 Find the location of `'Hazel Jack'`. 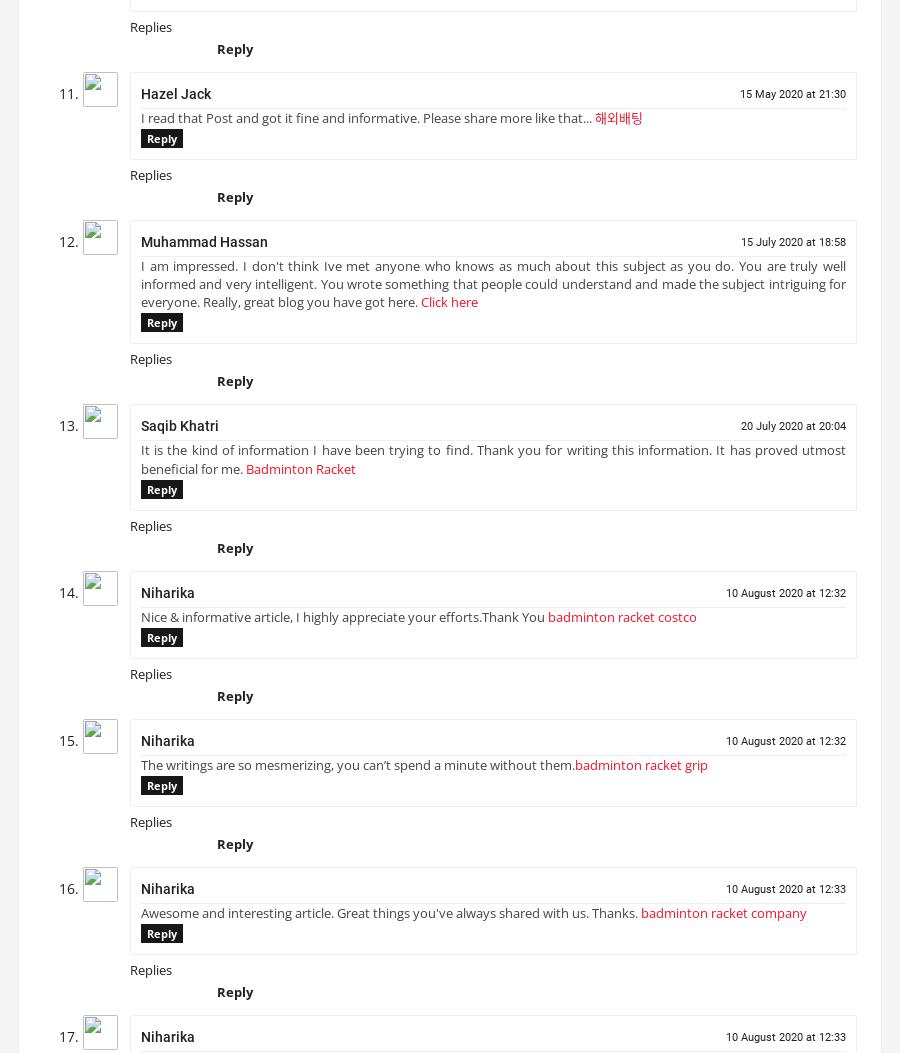

'Hazel Jack' is located at coordinates (176, 100).